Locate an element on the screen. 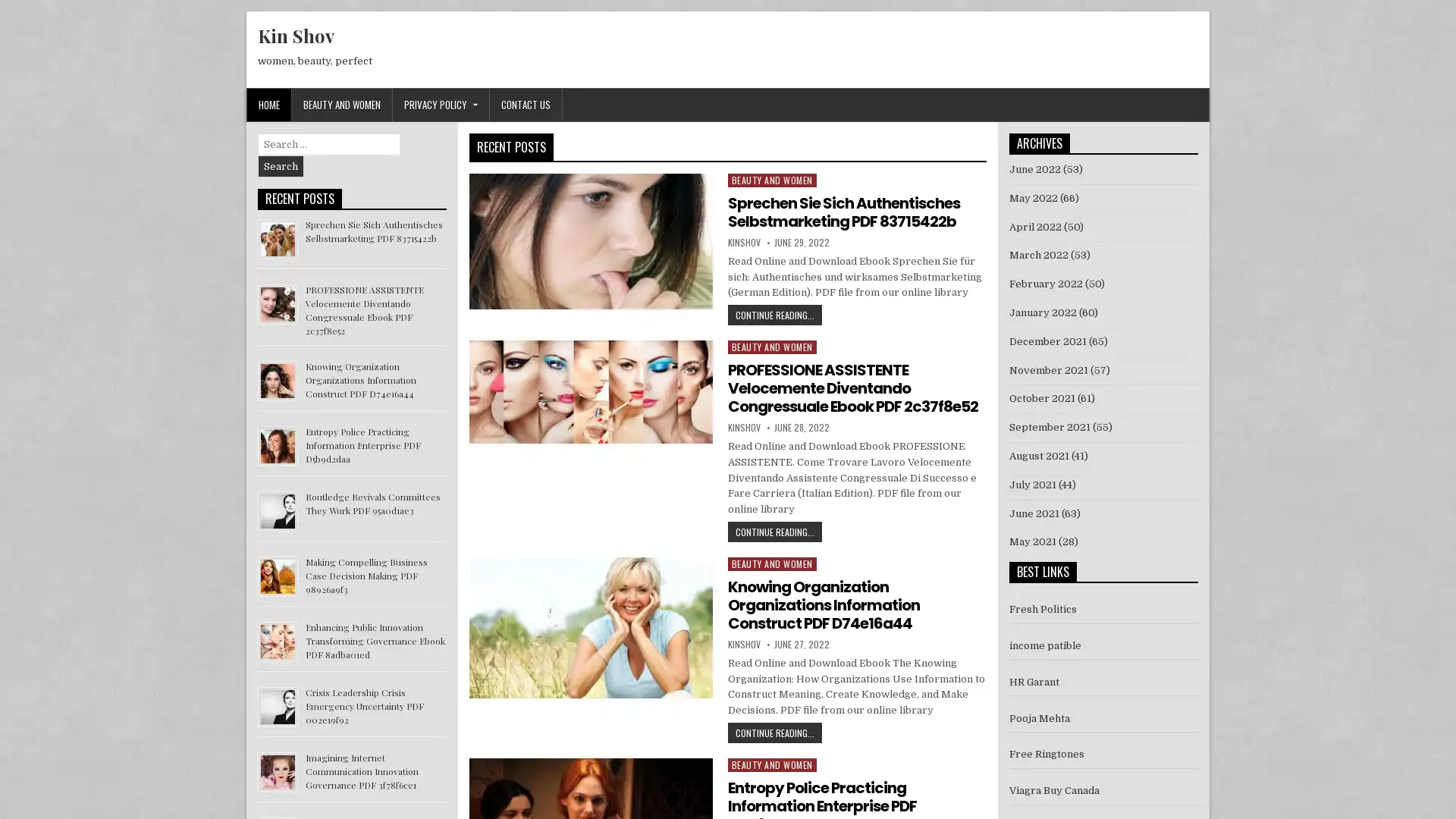 This screenshot has width=1456, height=819. Search is located at coordinates (281, 166).